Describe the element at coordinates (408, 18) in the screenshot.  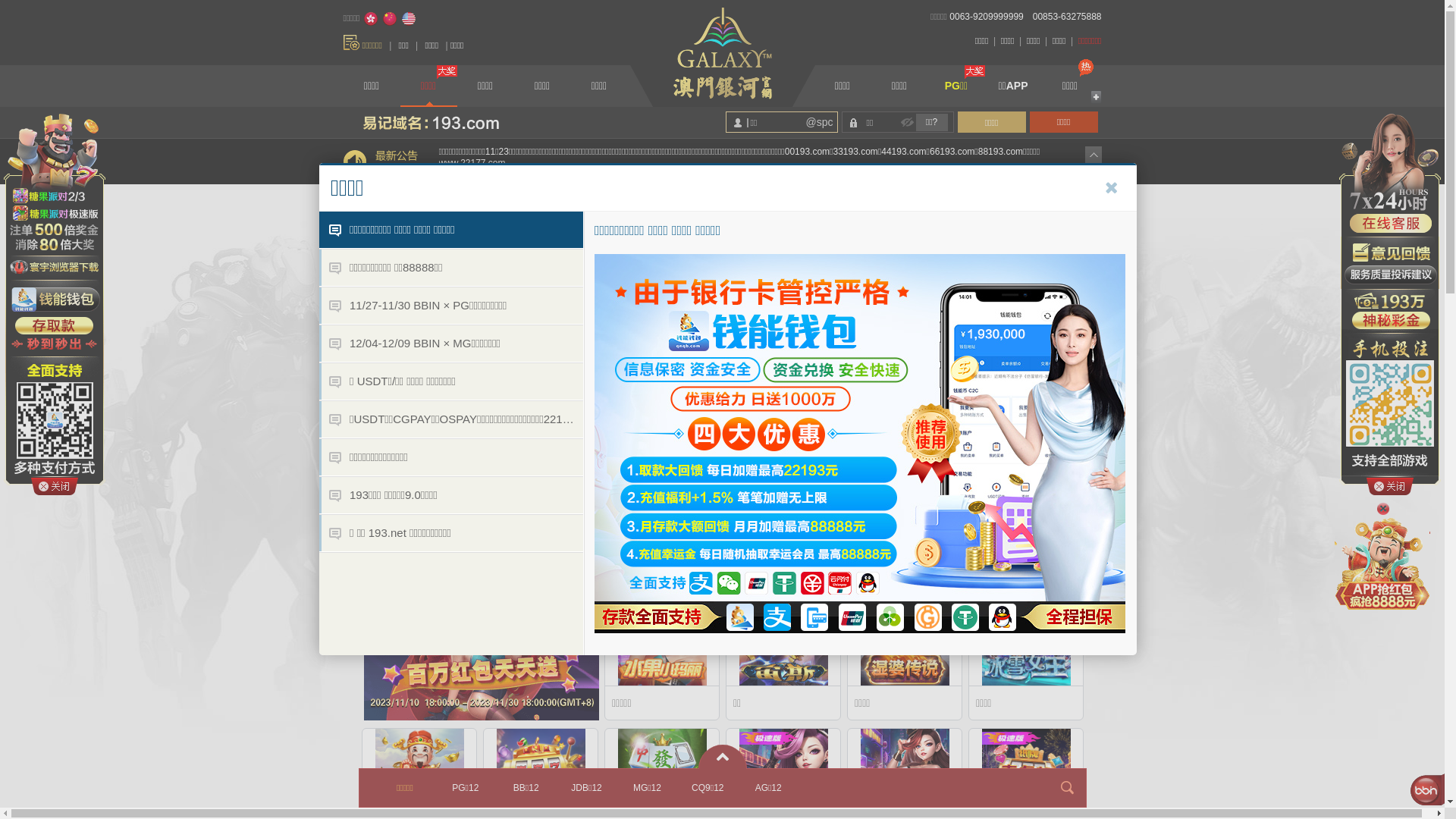
I see `'English'` at that location.